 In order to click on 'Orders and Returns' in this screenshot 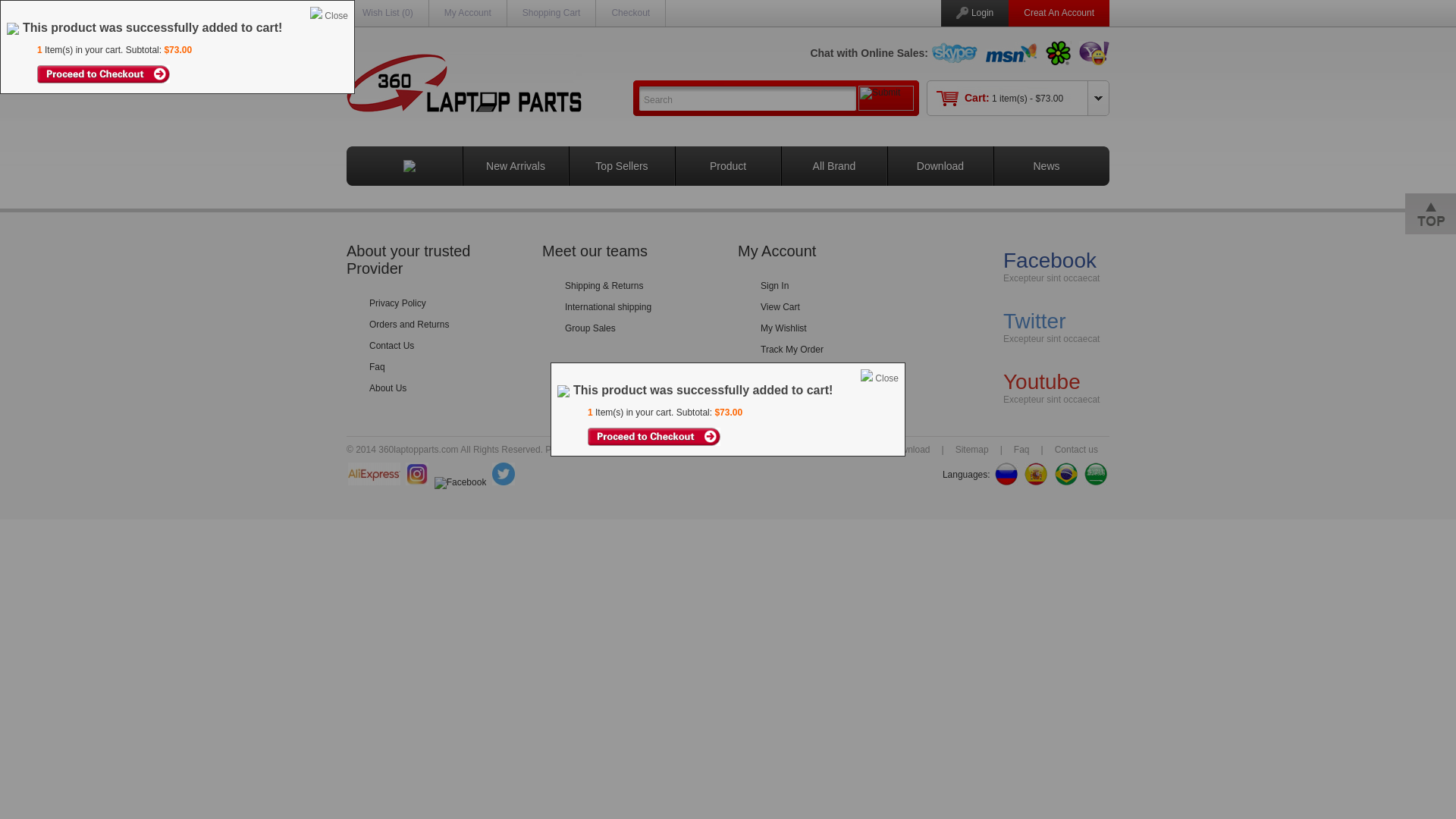, I will do `click(409, 324)`.